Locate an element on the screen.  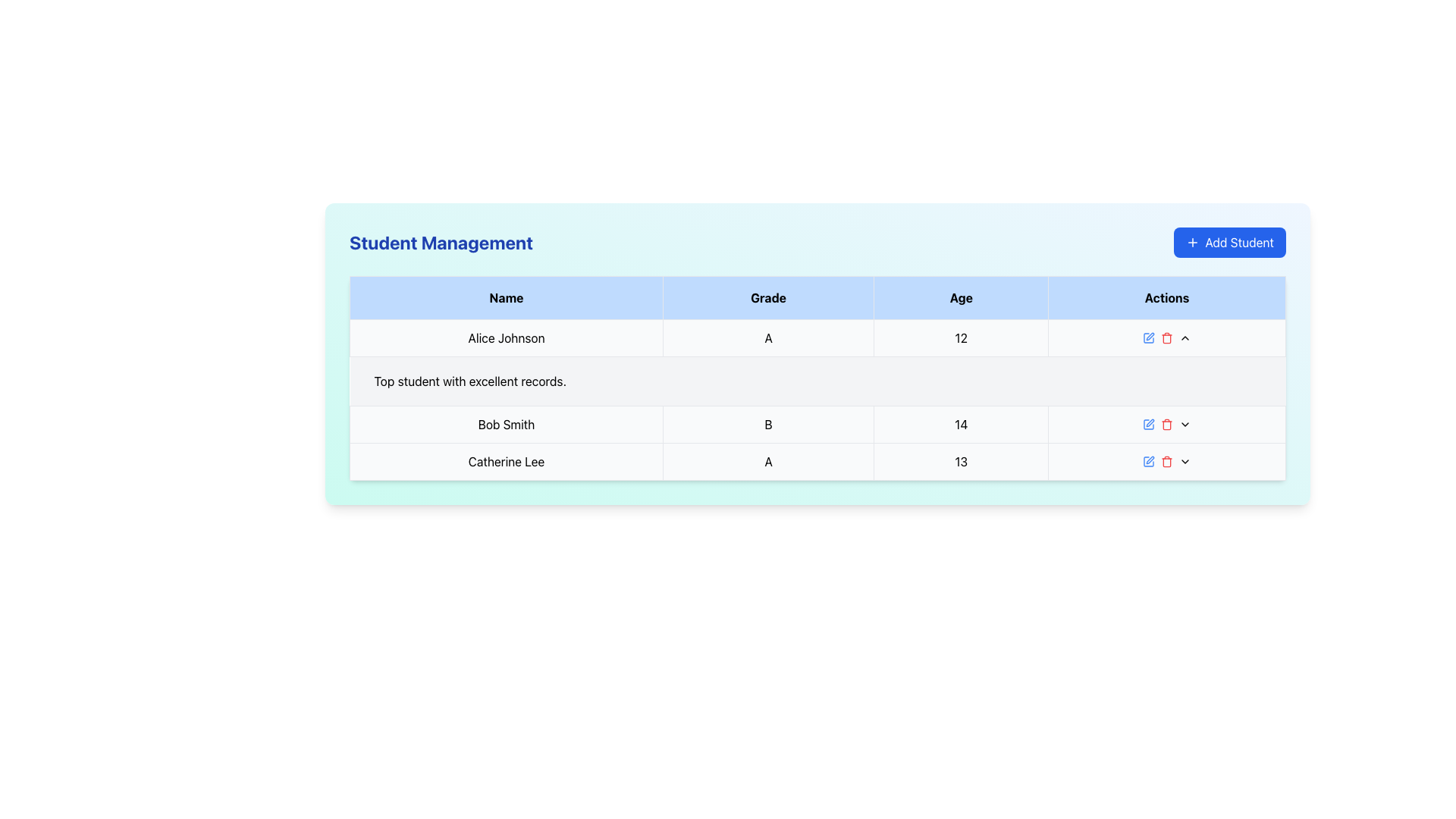
the 'Edit' button in the 'Actions' column of the first row is located at coordinates (1149, 337).